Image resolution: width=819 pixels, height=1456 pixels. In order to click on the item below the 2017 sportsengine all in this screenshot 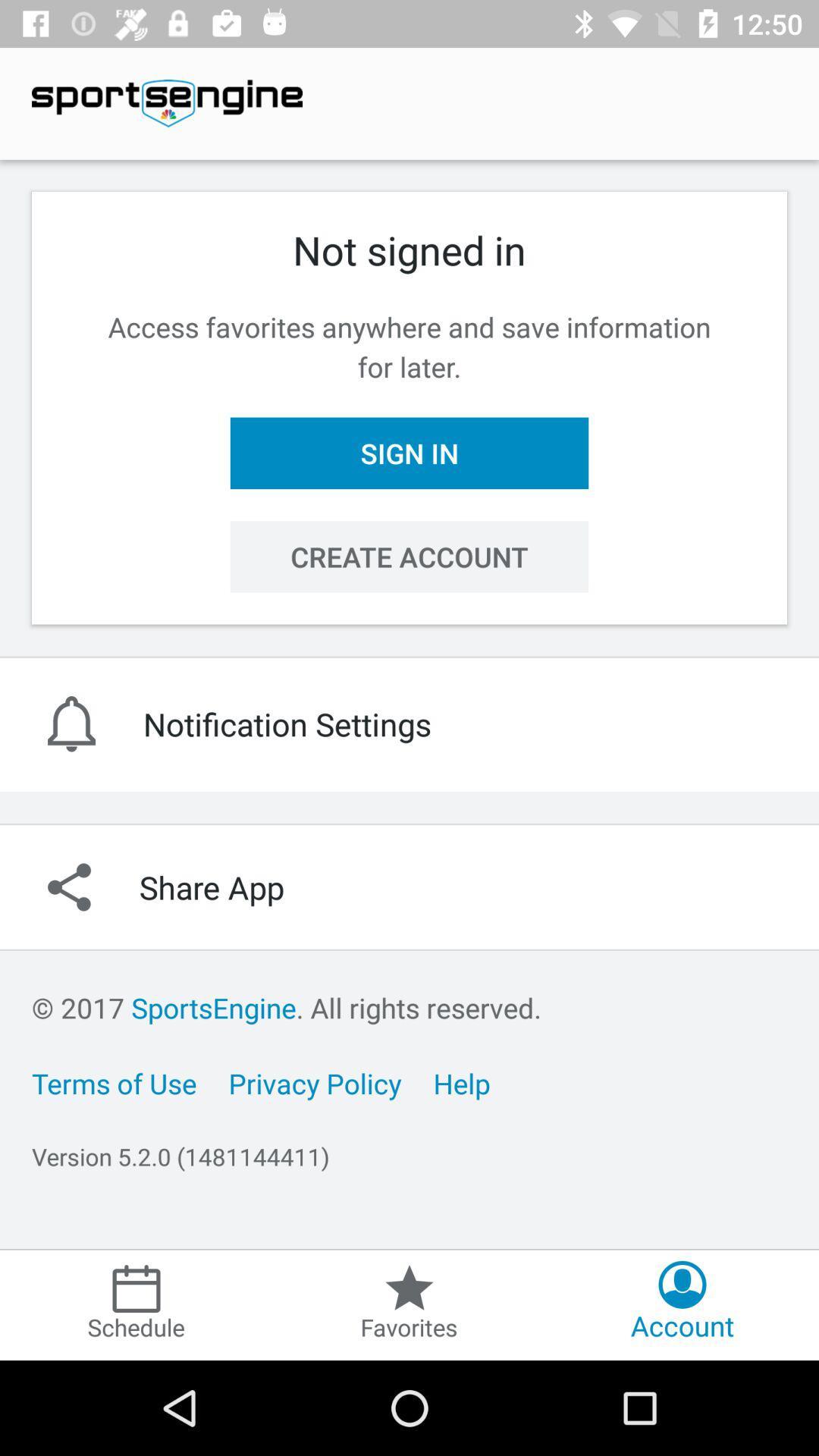, I will do `click(314, 1082)`.